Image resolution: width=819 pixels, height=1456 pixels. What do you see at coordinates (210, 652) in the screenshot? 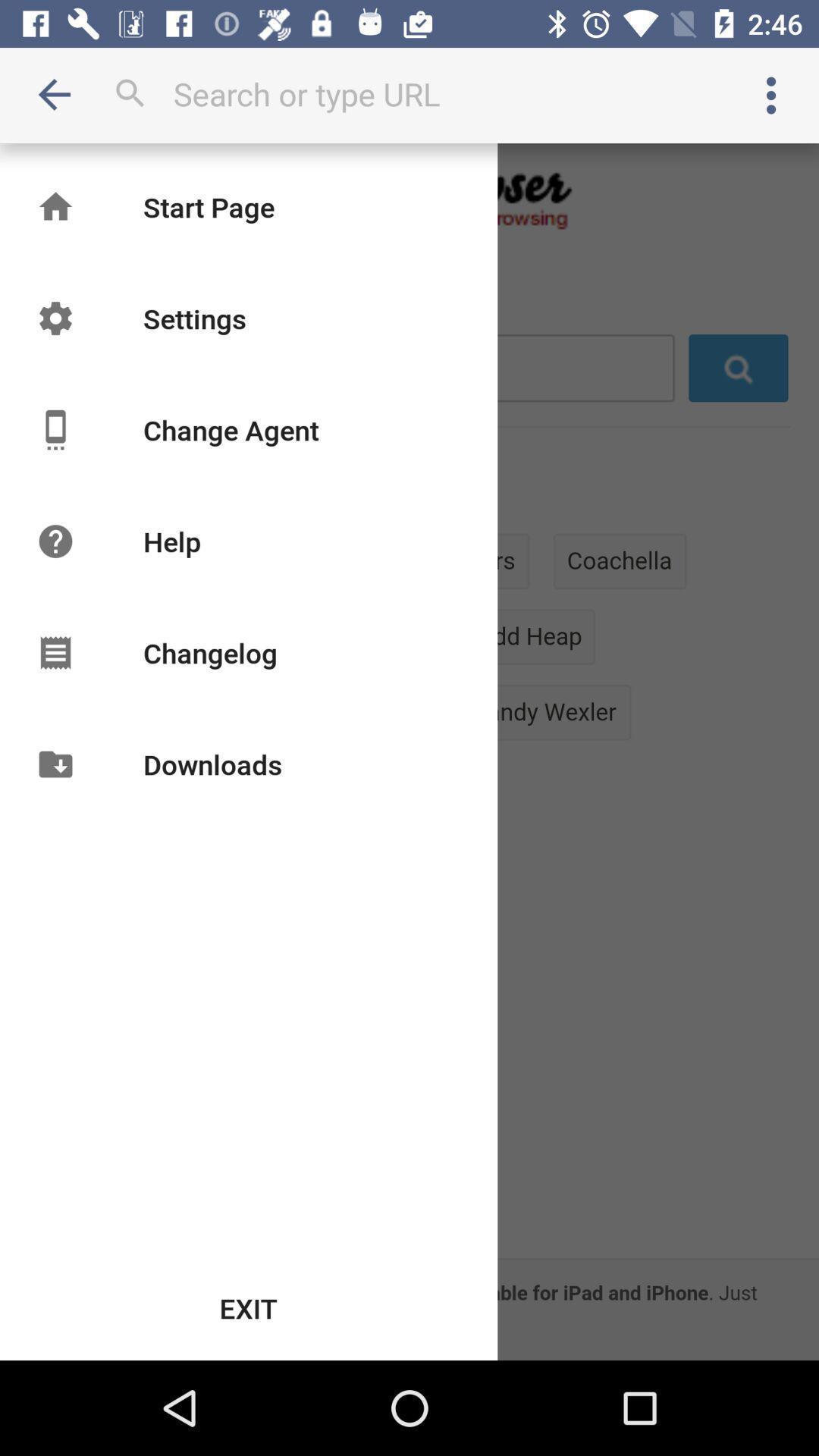
I see `the changelog` at bounding box center [210, 652].